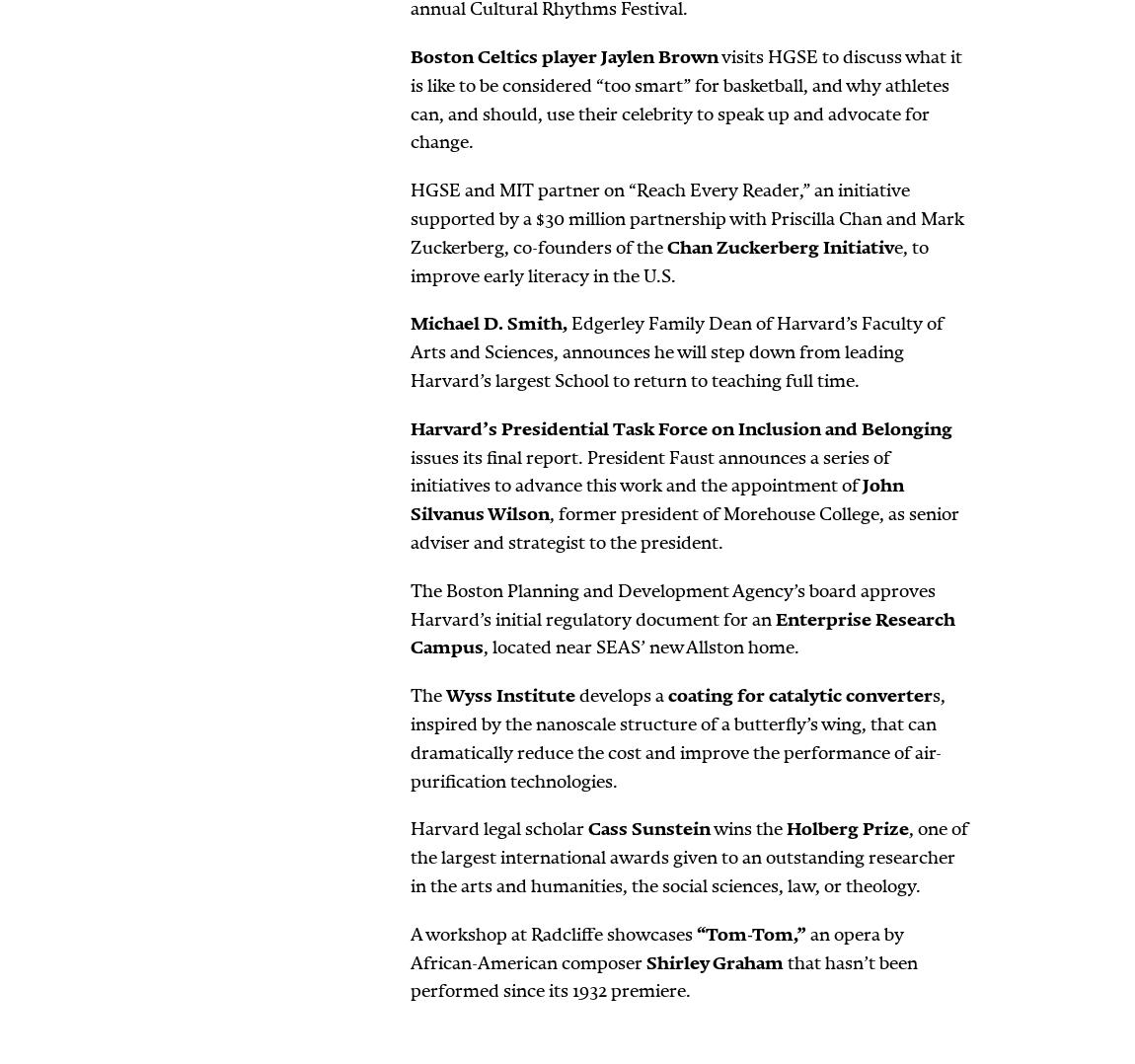  I want to click on 'Harvard legal scholar', so click(499, 828).